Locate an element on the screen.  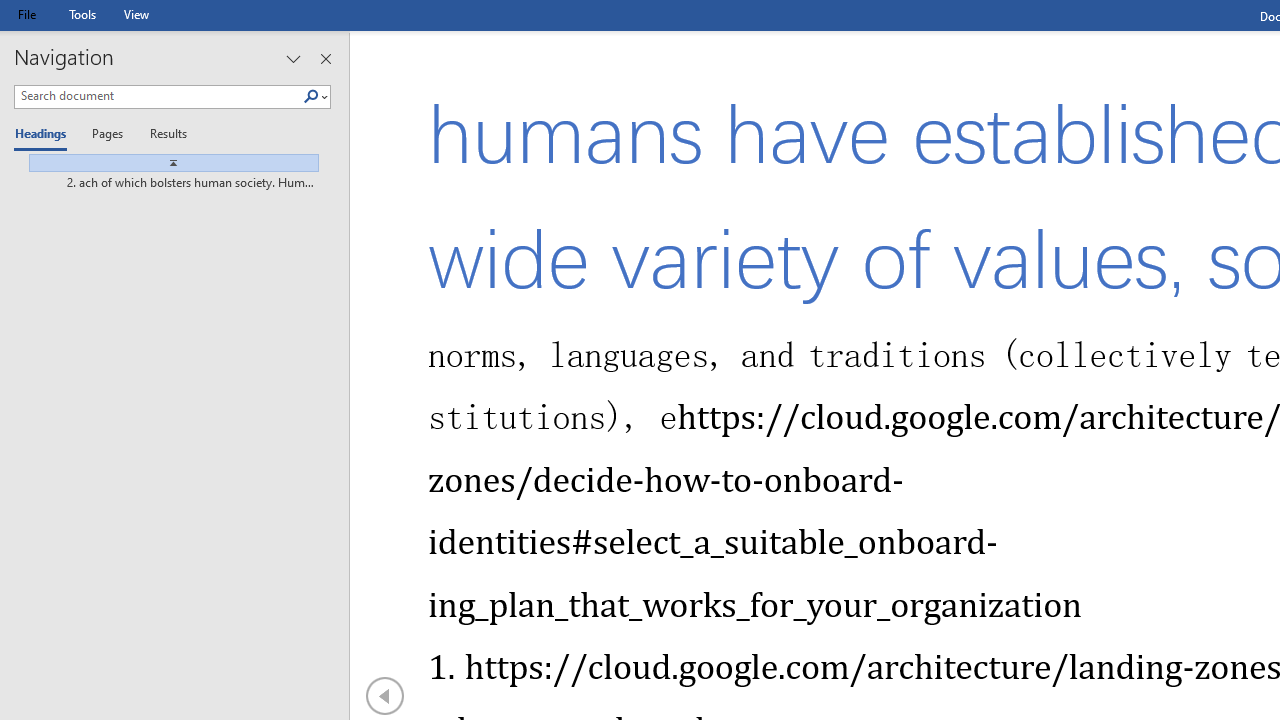
'Jump to the beginning' is located at coordinates (166, 162).